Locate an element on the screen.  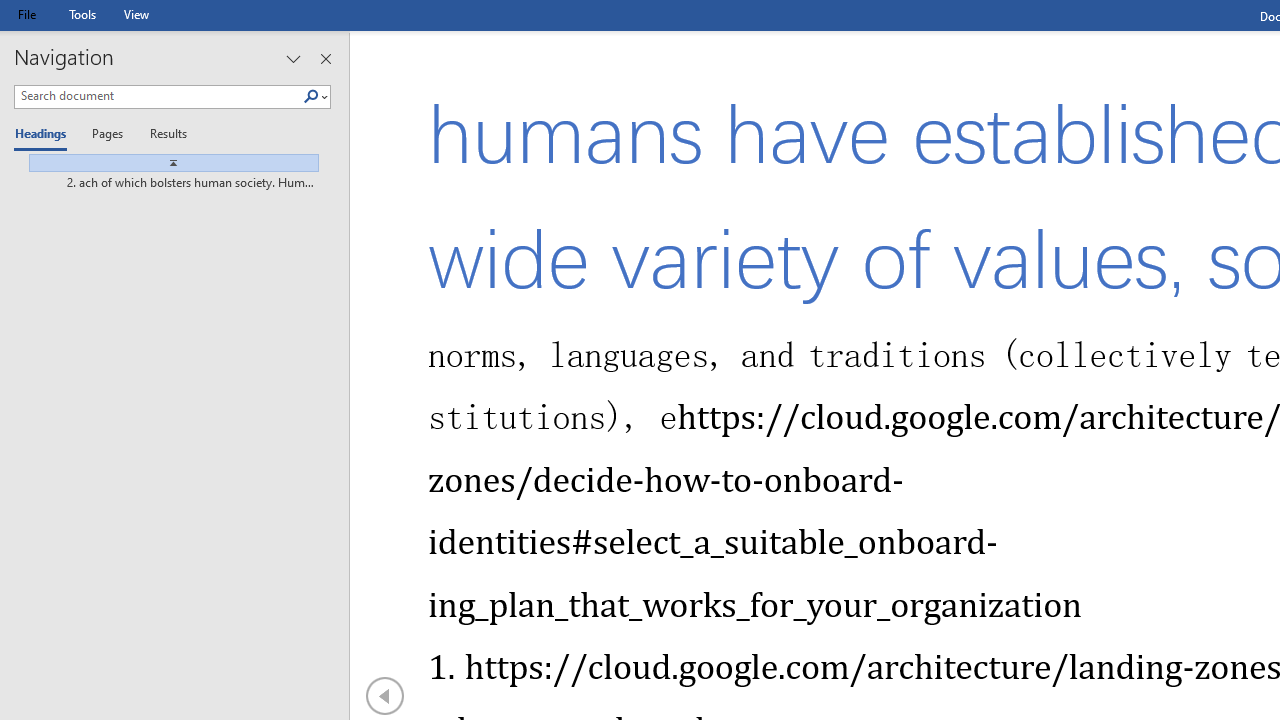
'Jump to the beginning' is located at coordinates (166, 162).